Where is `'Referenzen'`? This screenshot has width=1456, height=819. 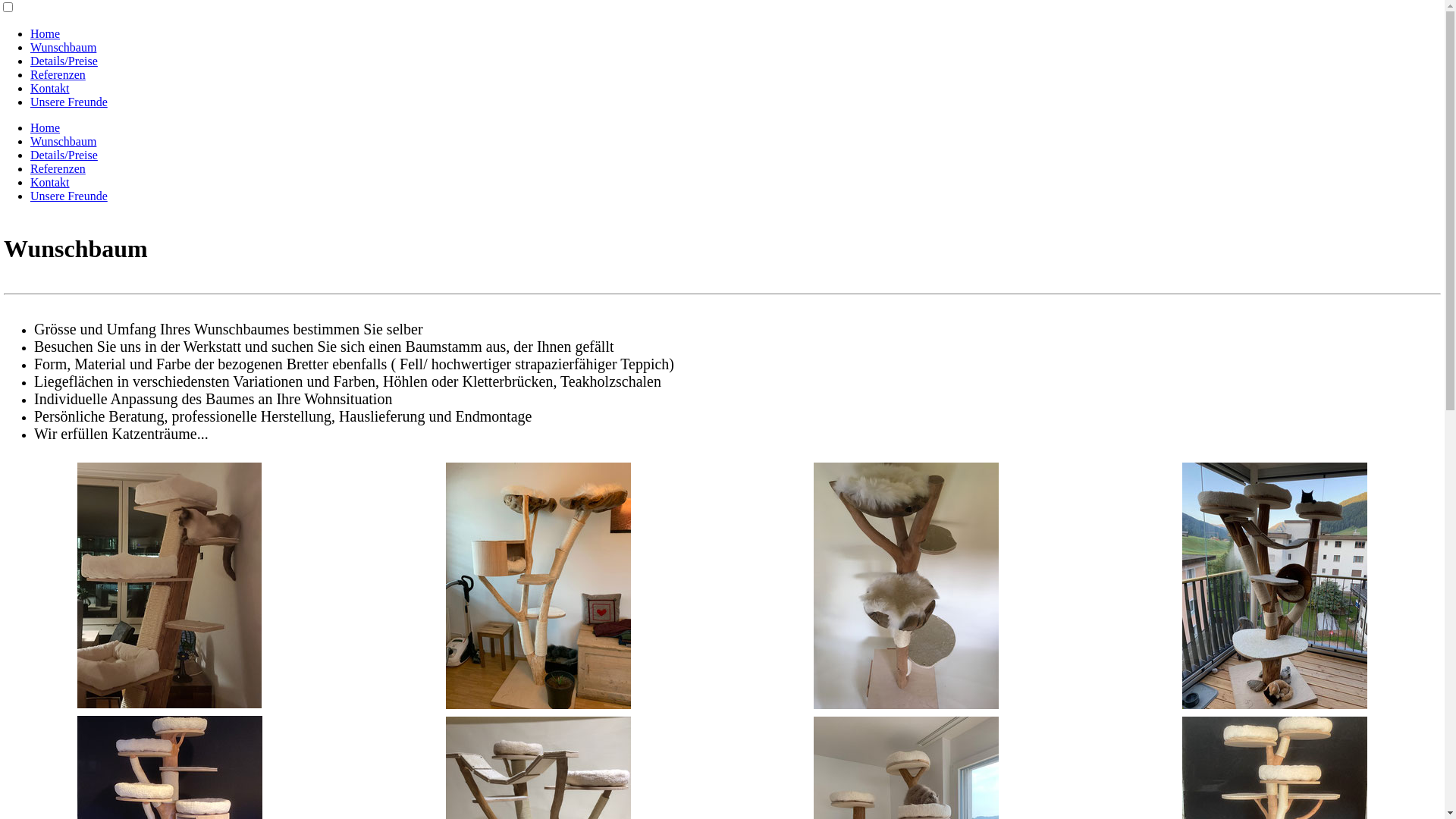
'Referenzen' is located at coordinates (58, 168).